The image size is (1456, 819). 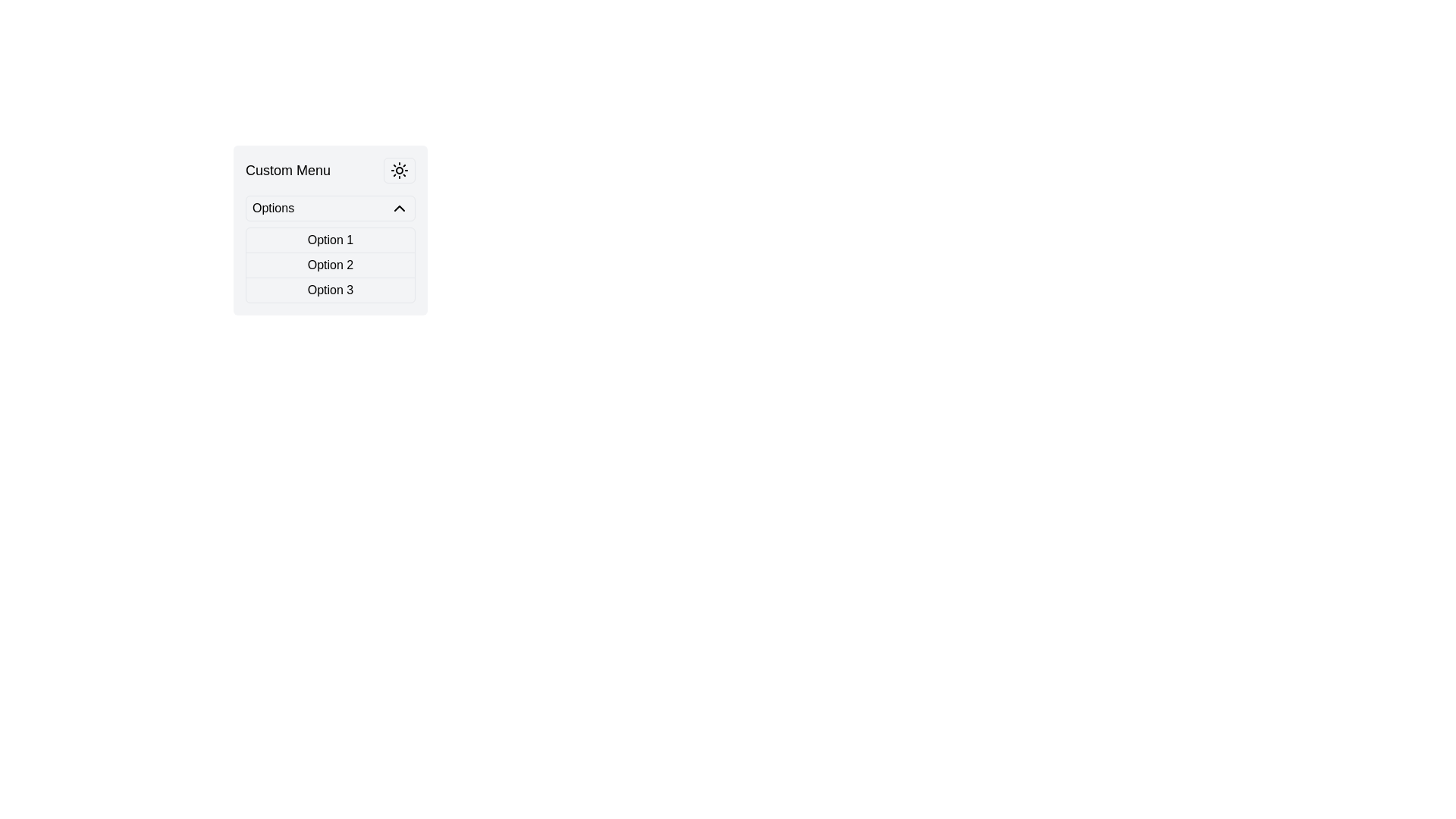 What do you see at coordinates (330, 248) in the screenshot?
I see `an option in the dropdown menu labeled 'Custom Menu' located beneath the 'Options' dropdown` at bounding box center [330, 248].